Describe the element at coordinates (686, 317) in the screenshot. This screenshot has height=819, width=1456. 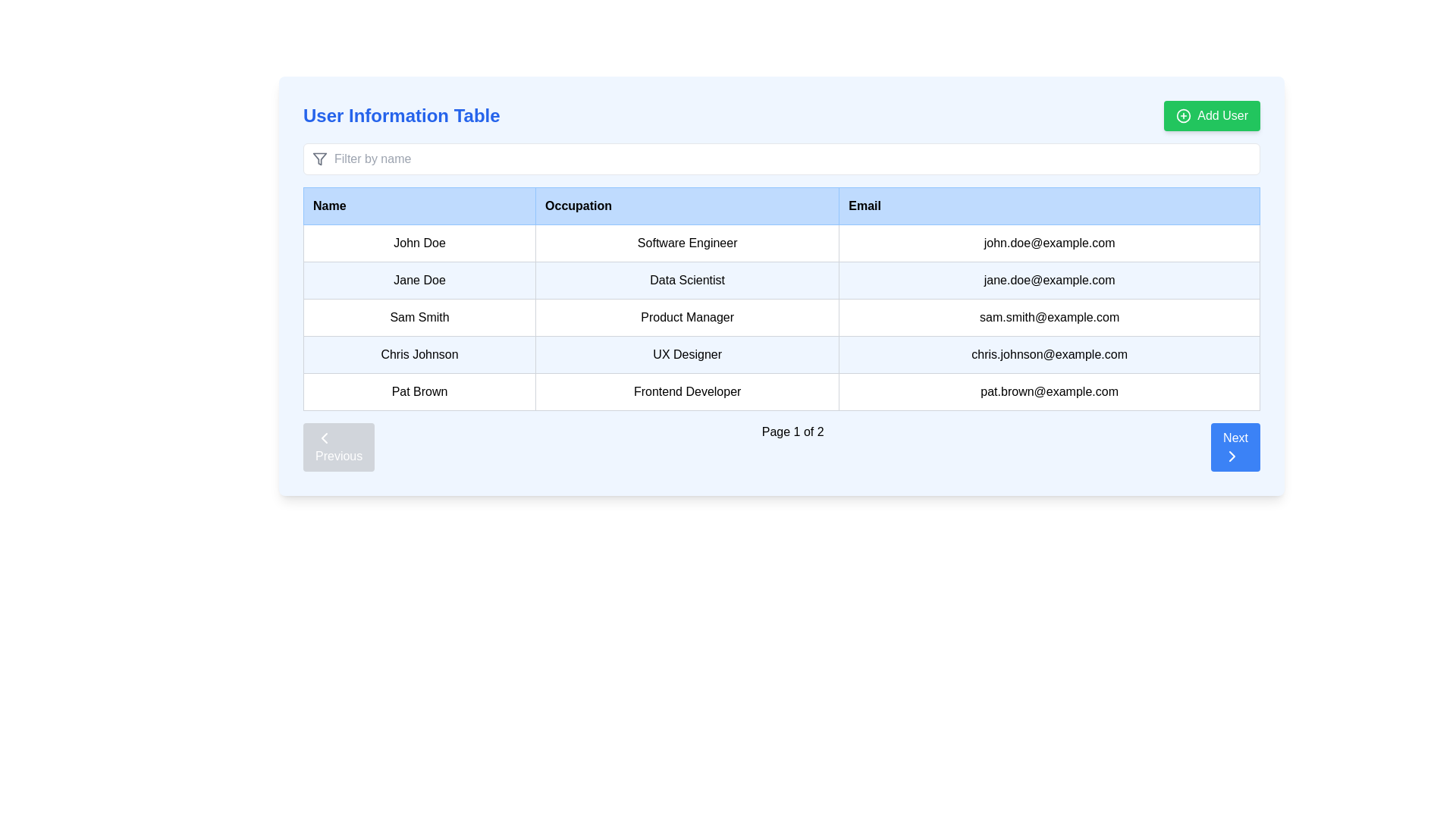
I see `the text display box that shows 'Product Manager' for user 'Sam Smith' in the Occupation column of the table` at that location.